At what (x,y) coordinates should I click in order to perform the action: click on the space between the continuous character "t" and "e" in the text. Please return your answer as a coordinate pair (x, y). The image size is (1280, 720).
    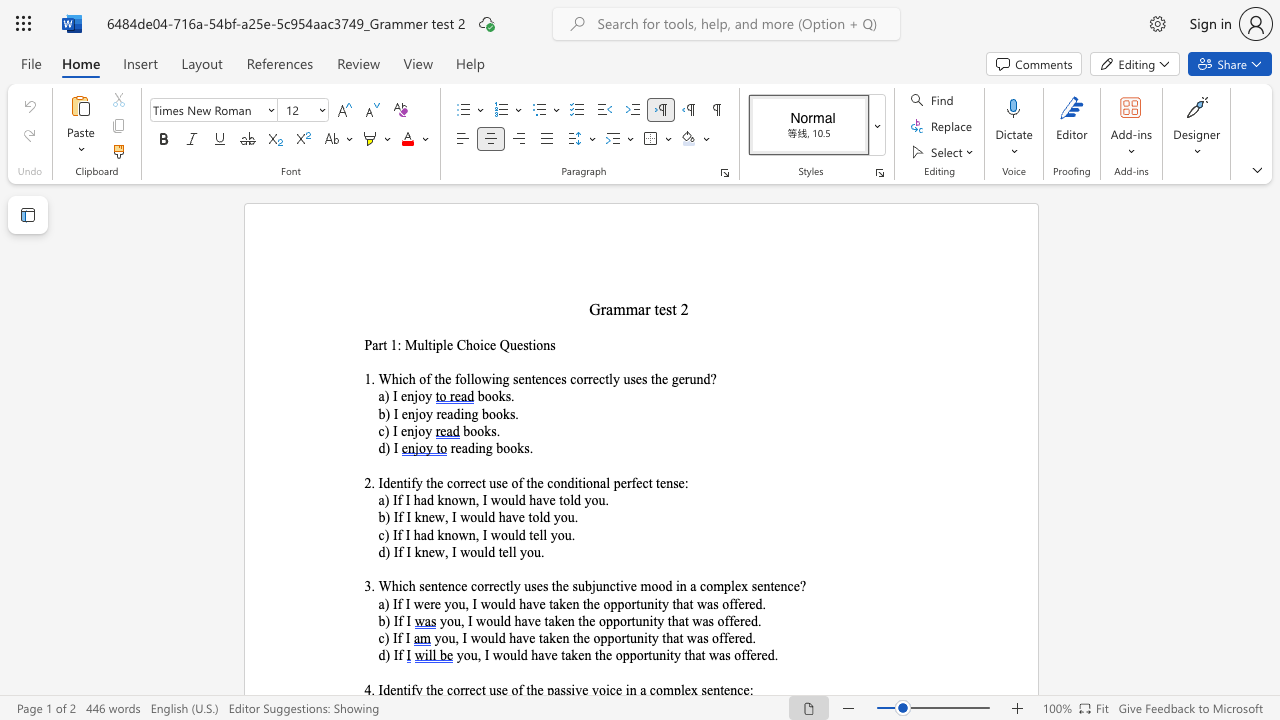
    Looking at the image, I should click on (659, 309).